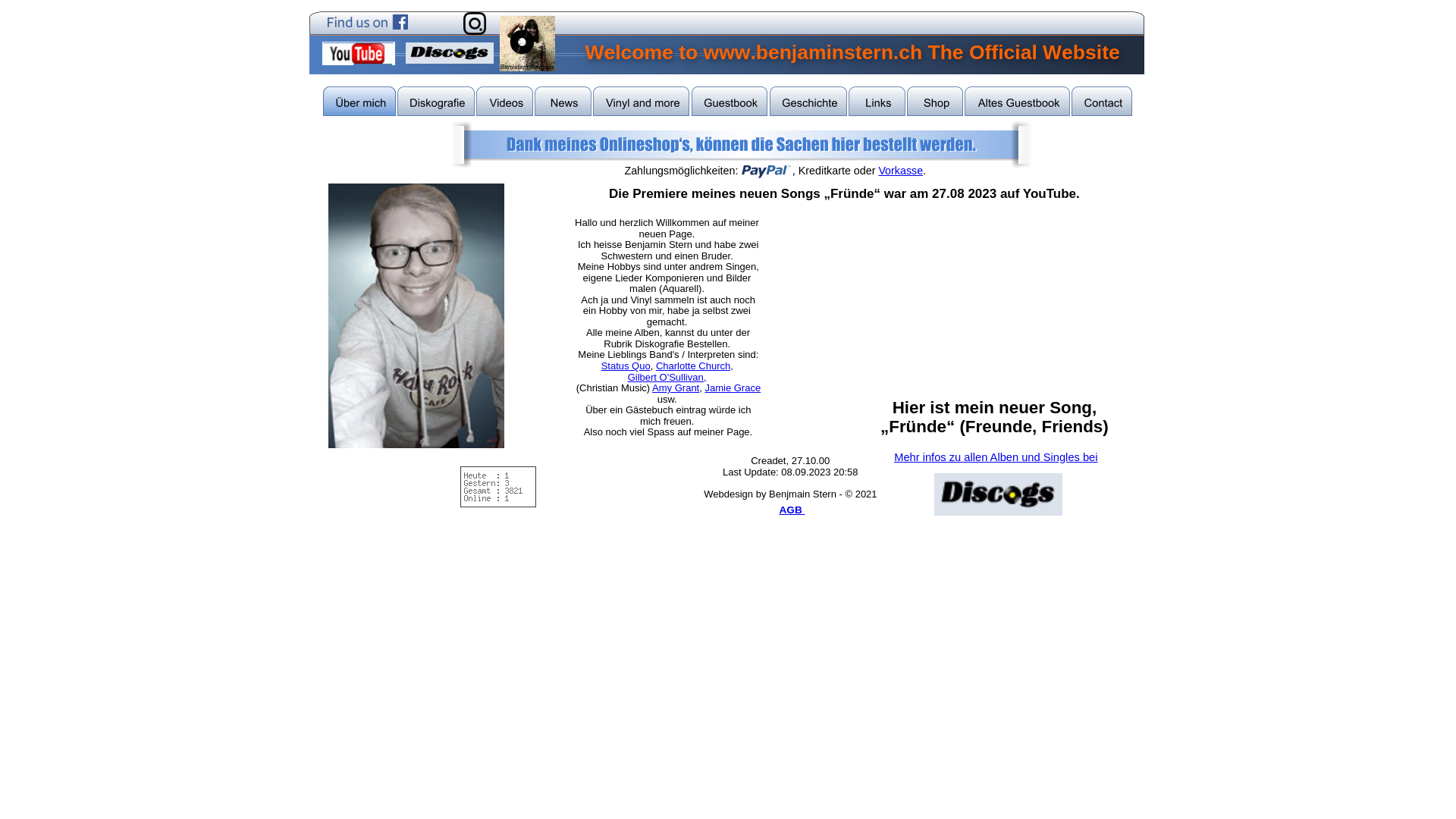 This screenshot has height=819, width=1456. What do you see at coordinates (993, 306) in the screenshot?
I see `'YouTube video player'` at bounding box center [993, 306].